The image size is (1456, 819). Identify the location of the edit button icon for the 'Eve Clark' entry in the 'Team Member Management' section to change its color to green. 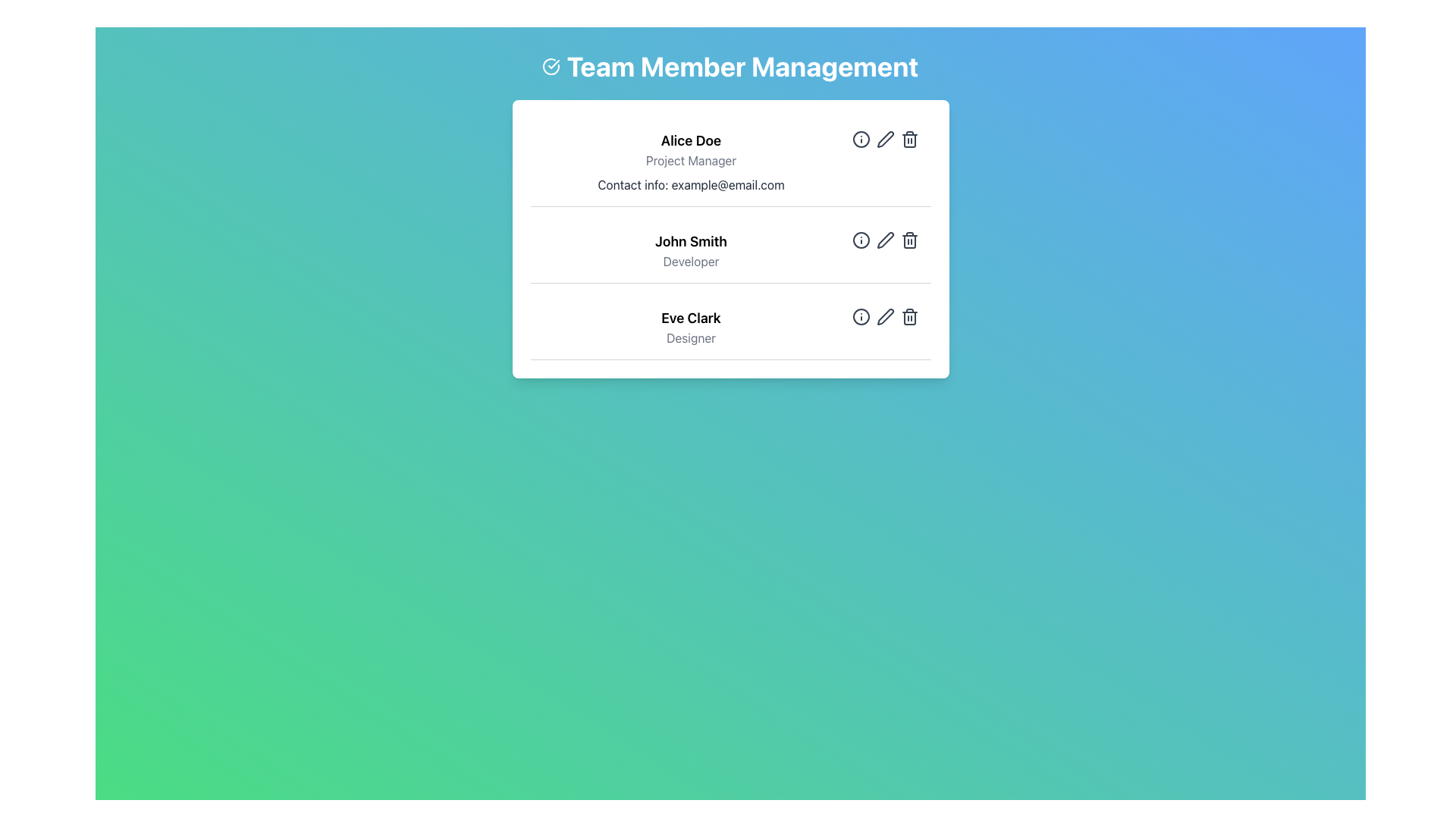
(885, 315).